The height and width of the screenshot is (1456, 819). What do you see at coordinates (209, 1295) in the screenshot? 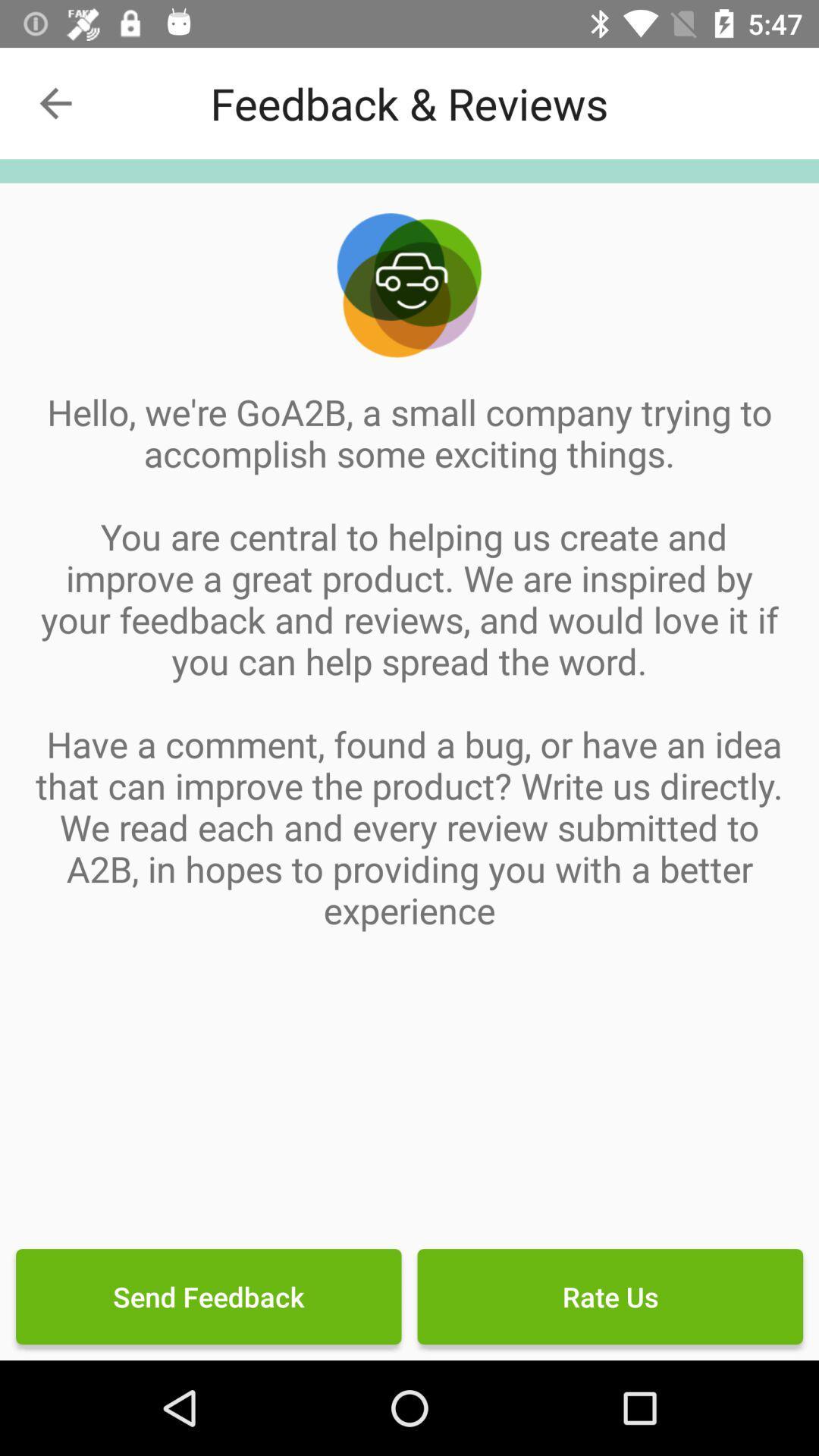
I see `item next to the rate us item` at bounding box center [209, 1295].